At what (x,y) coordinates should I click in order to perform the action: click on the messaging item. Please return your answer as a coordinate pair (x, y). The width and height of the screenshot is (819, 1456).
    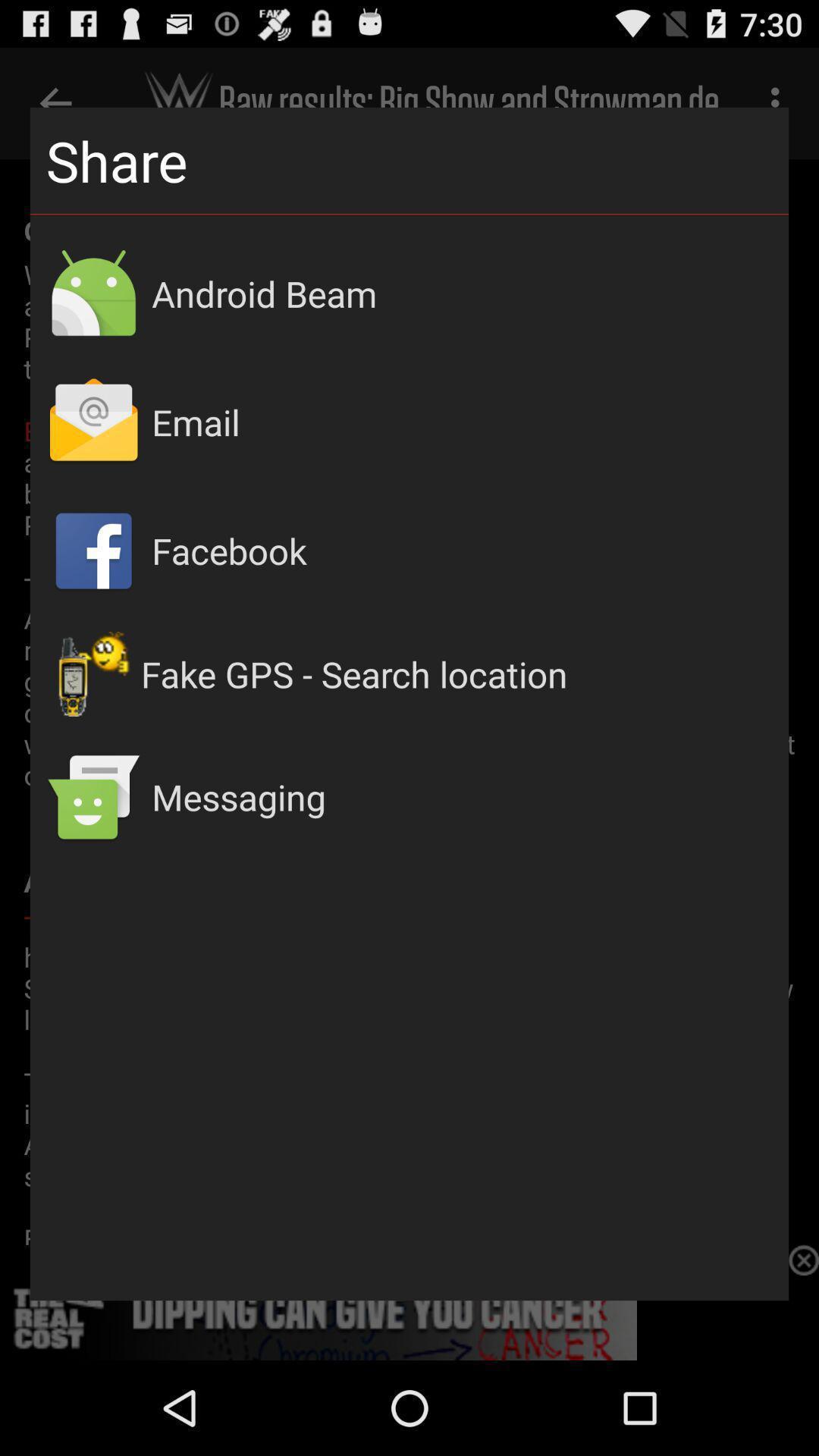
    Looking at the image, I should click on (461, 796).